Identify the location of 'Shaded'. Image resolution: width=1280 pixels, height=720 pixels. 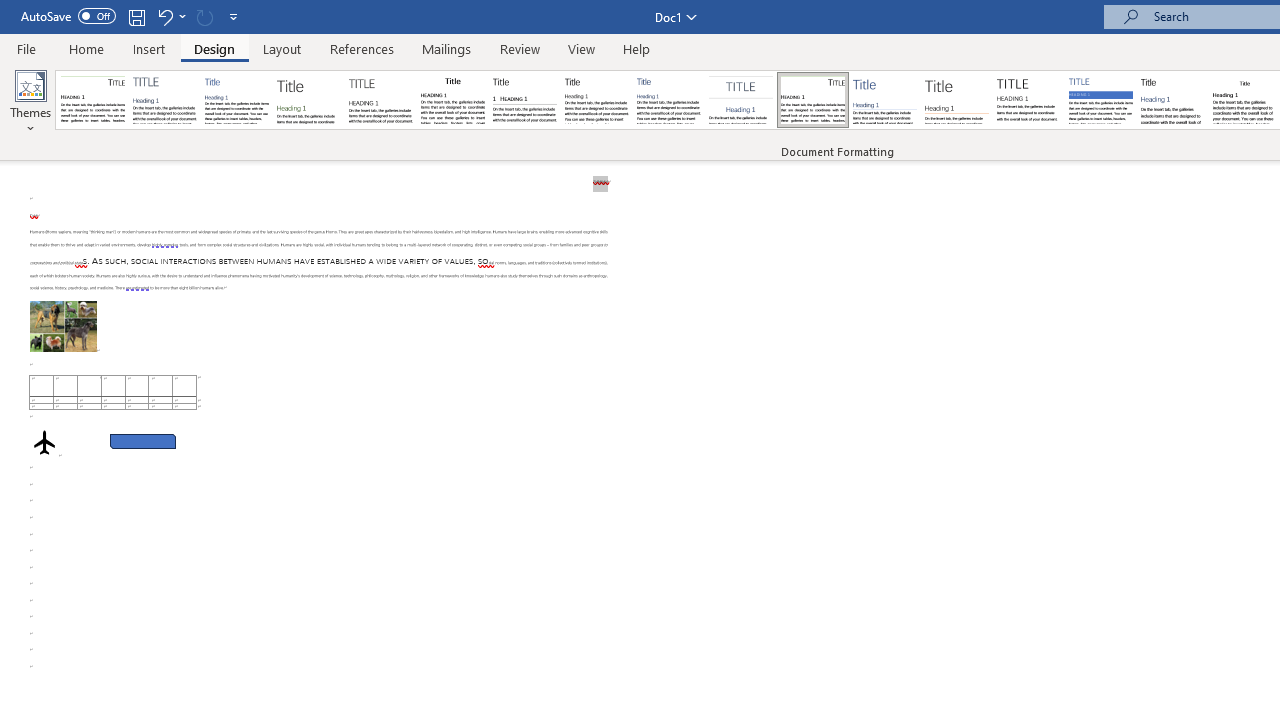
(1099, 100).